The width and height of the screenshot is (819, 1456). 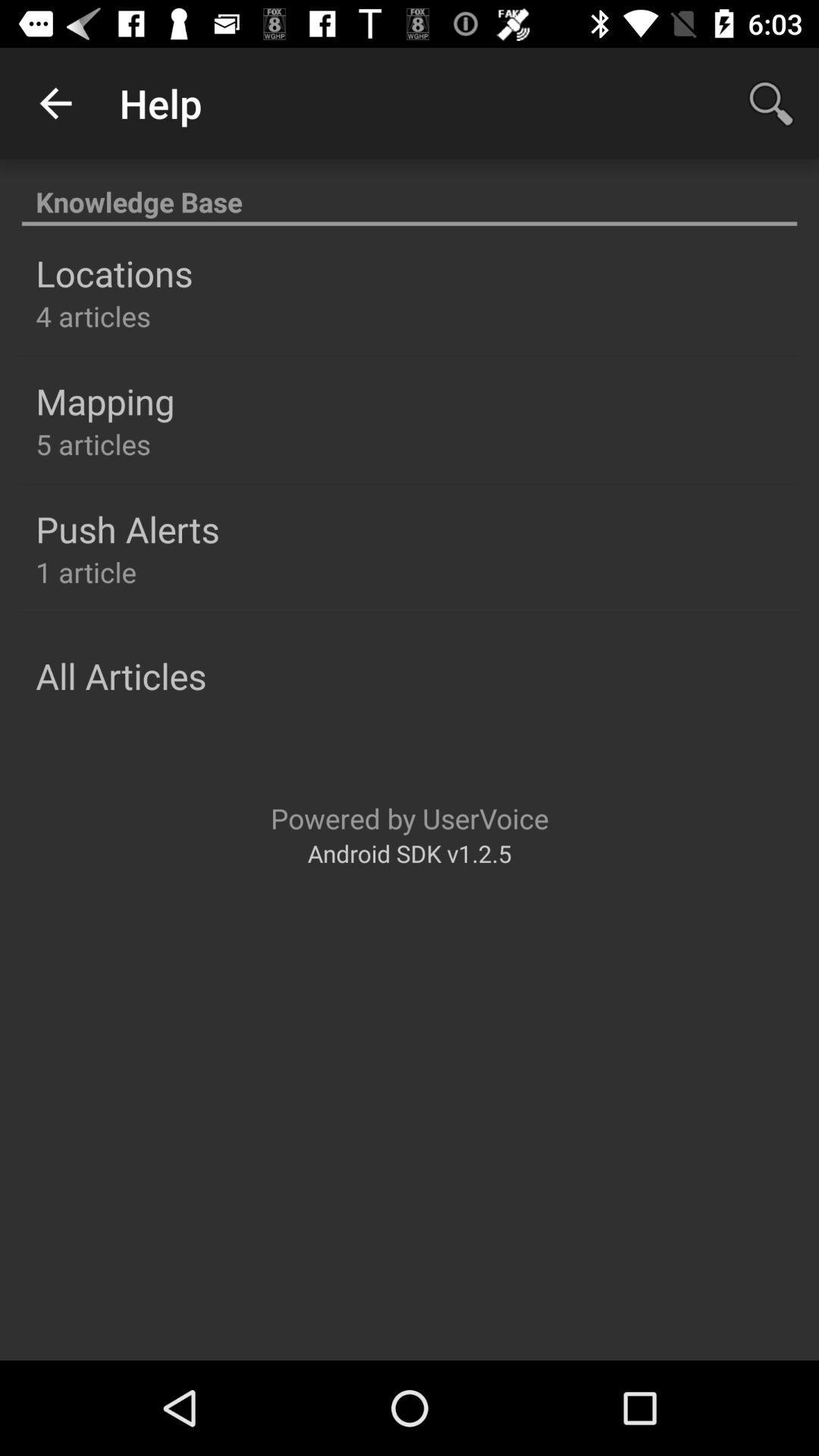 What do you see at coordinates (86, 571) in the screenshot?
I see `1 article icon` at bounding box center [86, 571].